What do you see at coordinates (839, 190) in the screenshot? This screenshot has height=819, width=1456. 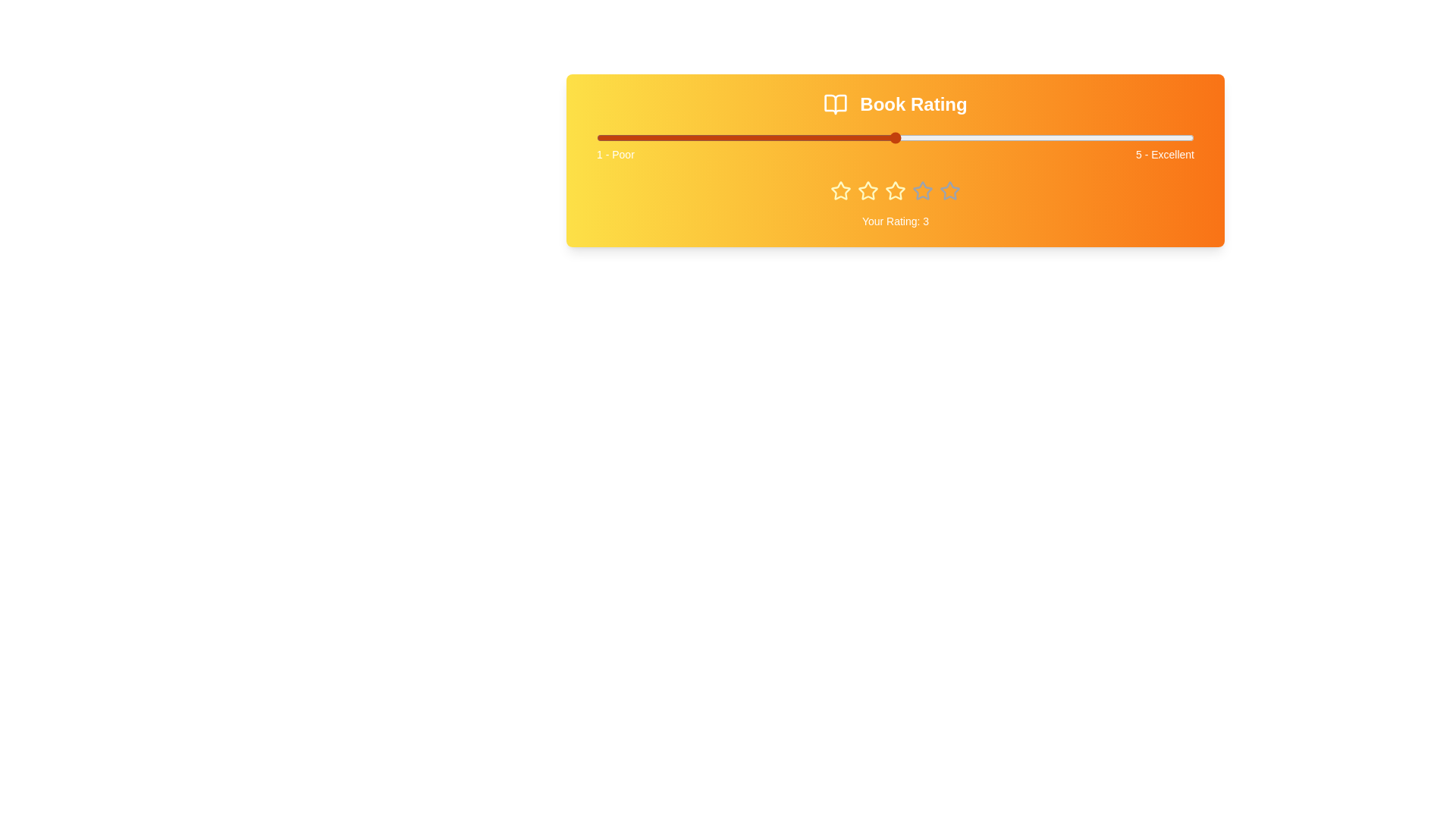 I see `the first star in the 'Your Rating' section` at bounding box center [839, 190].